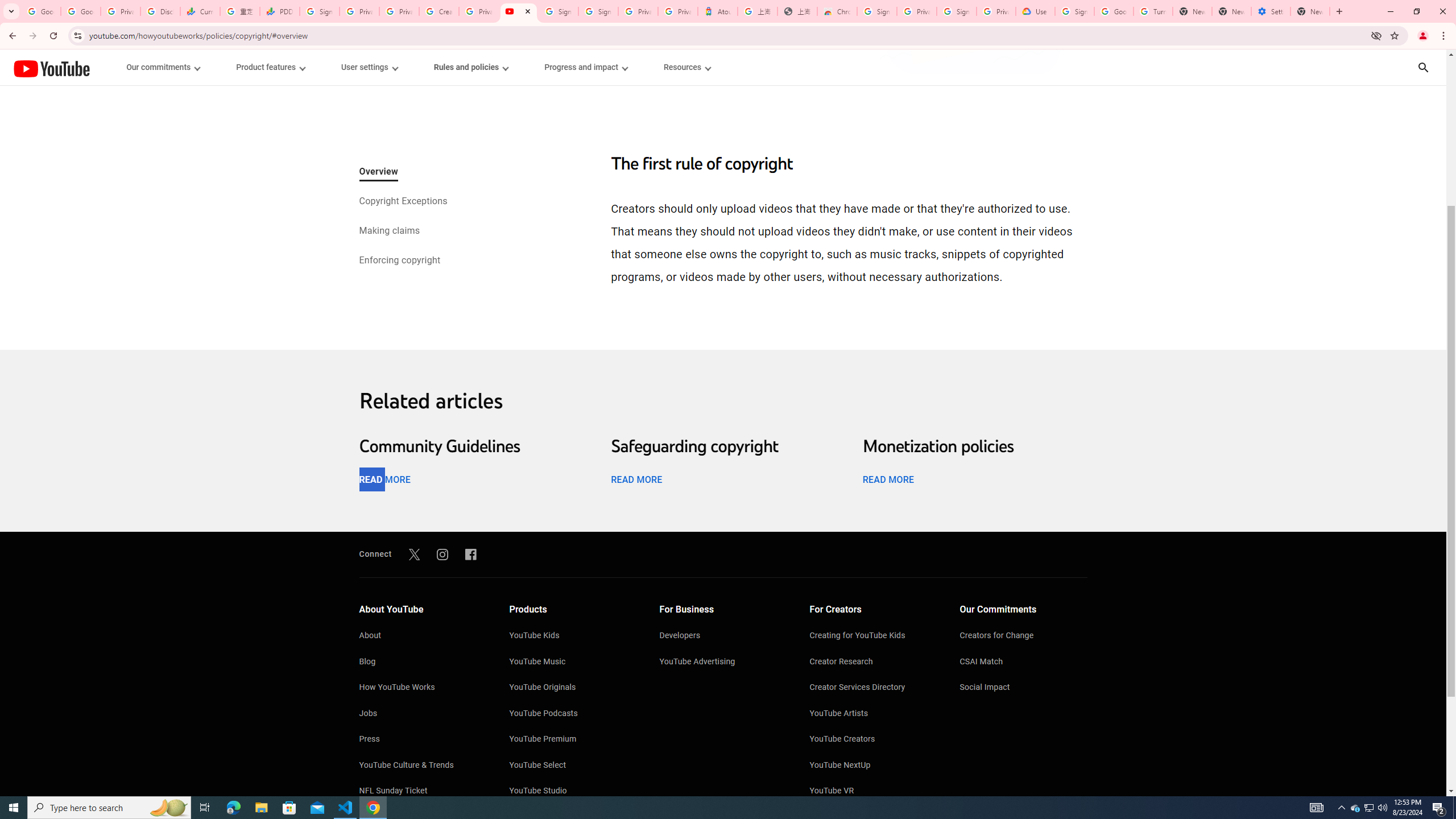 The width and height of the screenshot is (1456, 819). What do you see at coordinates (40, 11) in the screenshot?
I see `'Google Workspace Admin Community'` at bounding box center [40, 11].